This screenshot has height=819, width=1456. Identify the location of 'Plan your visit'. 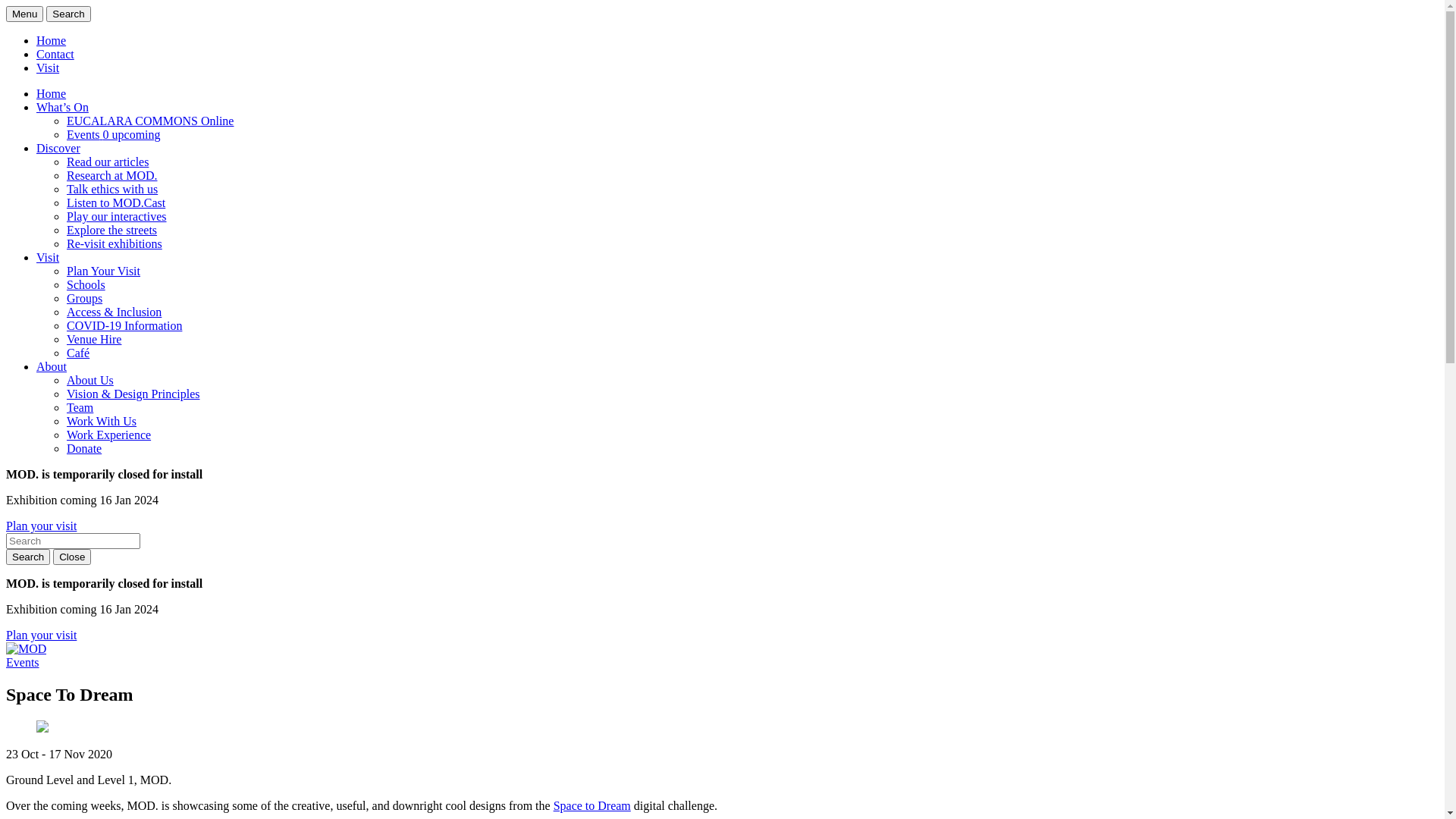
(41, 525).